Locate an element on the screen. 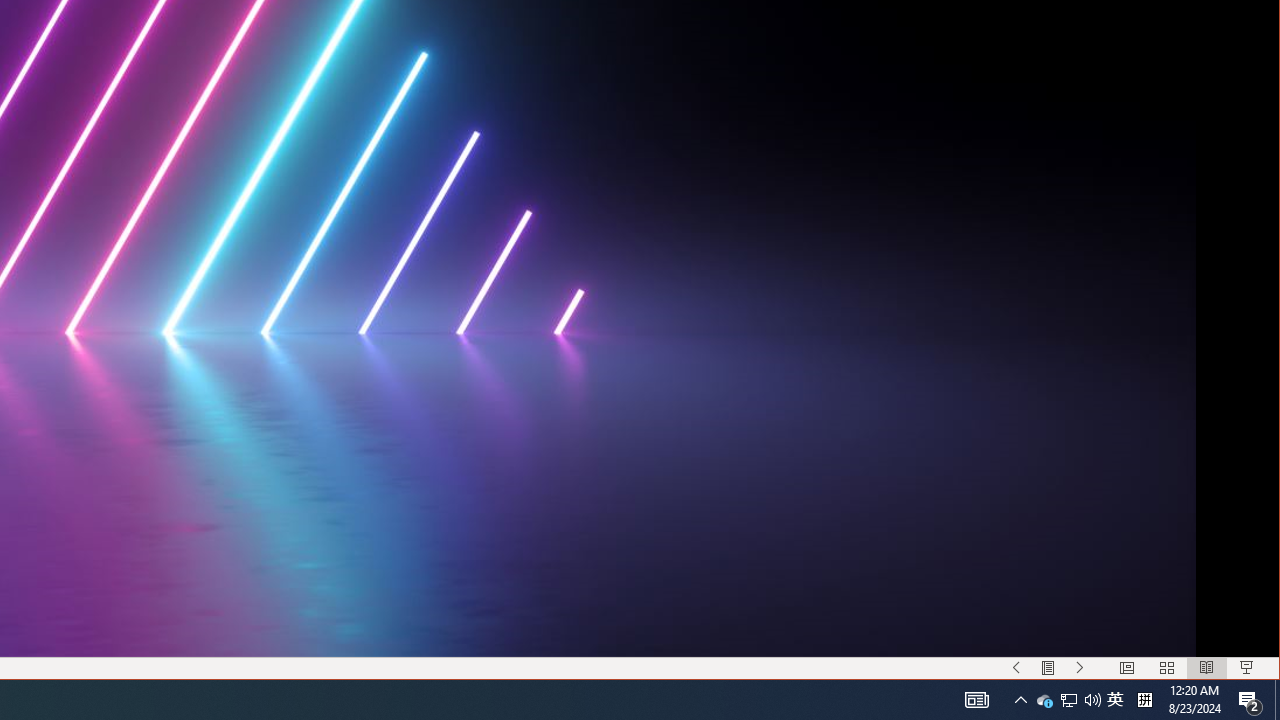  'Slide Show Next On' is located at coordinates (1079, 668).